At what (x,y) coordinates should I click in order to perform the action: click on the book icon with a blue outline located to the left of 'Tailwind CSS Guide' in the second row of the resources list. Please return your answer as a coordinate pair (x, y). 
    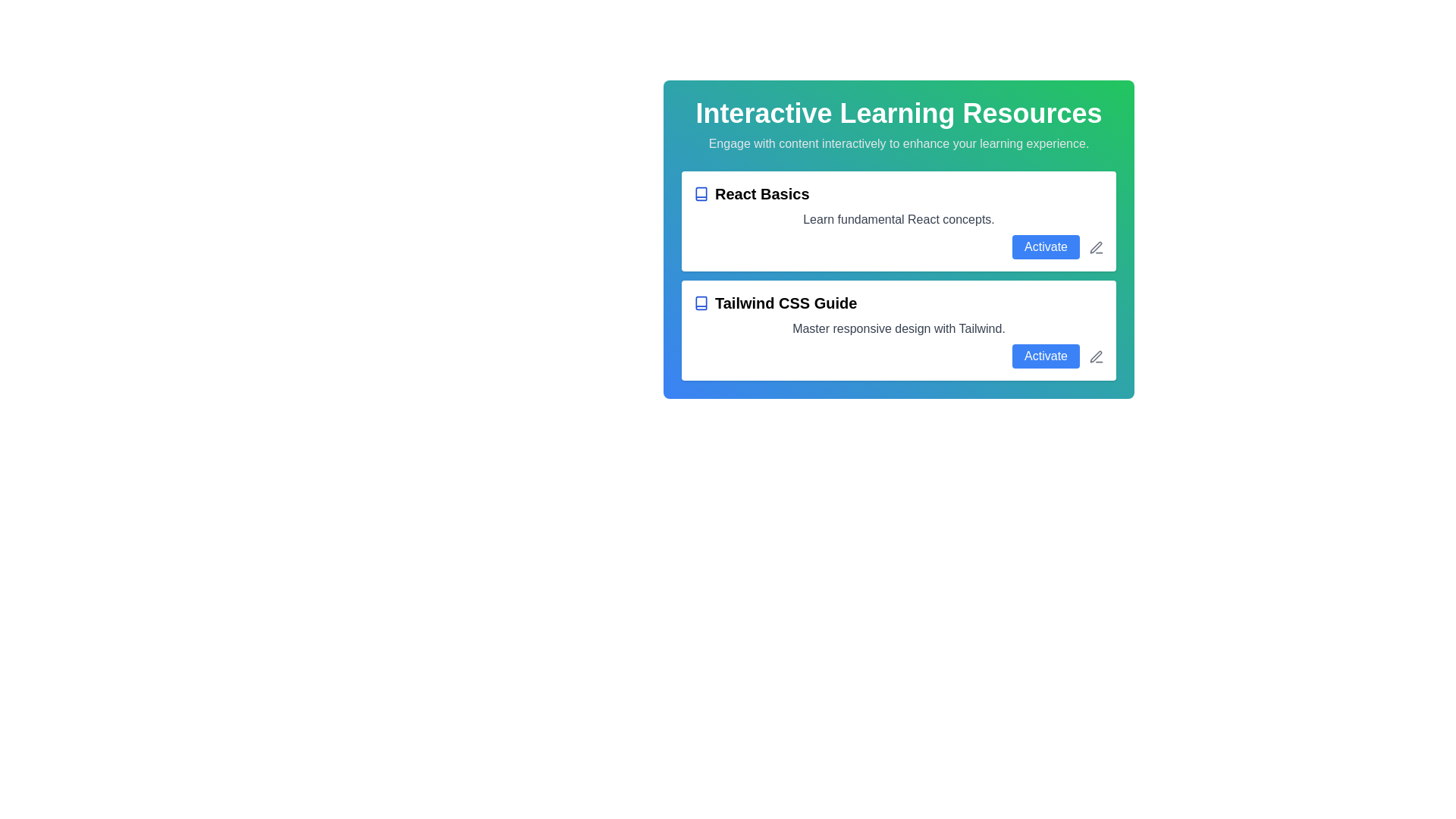
    Looking at the image, I should click on (701, 303).